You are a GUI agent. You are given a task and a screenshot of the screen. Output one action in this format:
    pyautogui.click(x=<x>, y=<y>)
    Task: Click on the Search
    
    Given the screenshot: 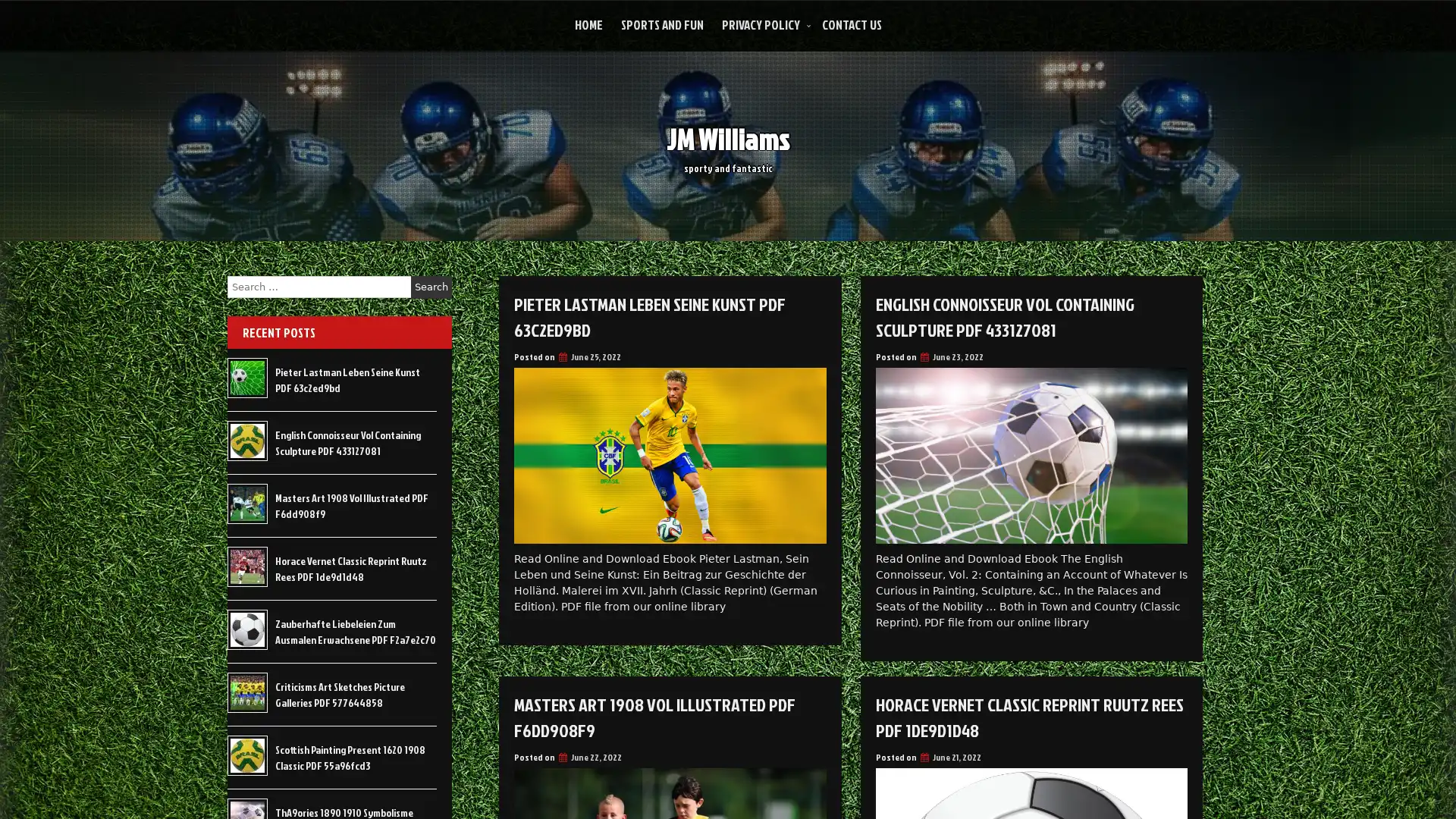 What is the action you would take?
    pyautogui.click(x=431, y=287)
    